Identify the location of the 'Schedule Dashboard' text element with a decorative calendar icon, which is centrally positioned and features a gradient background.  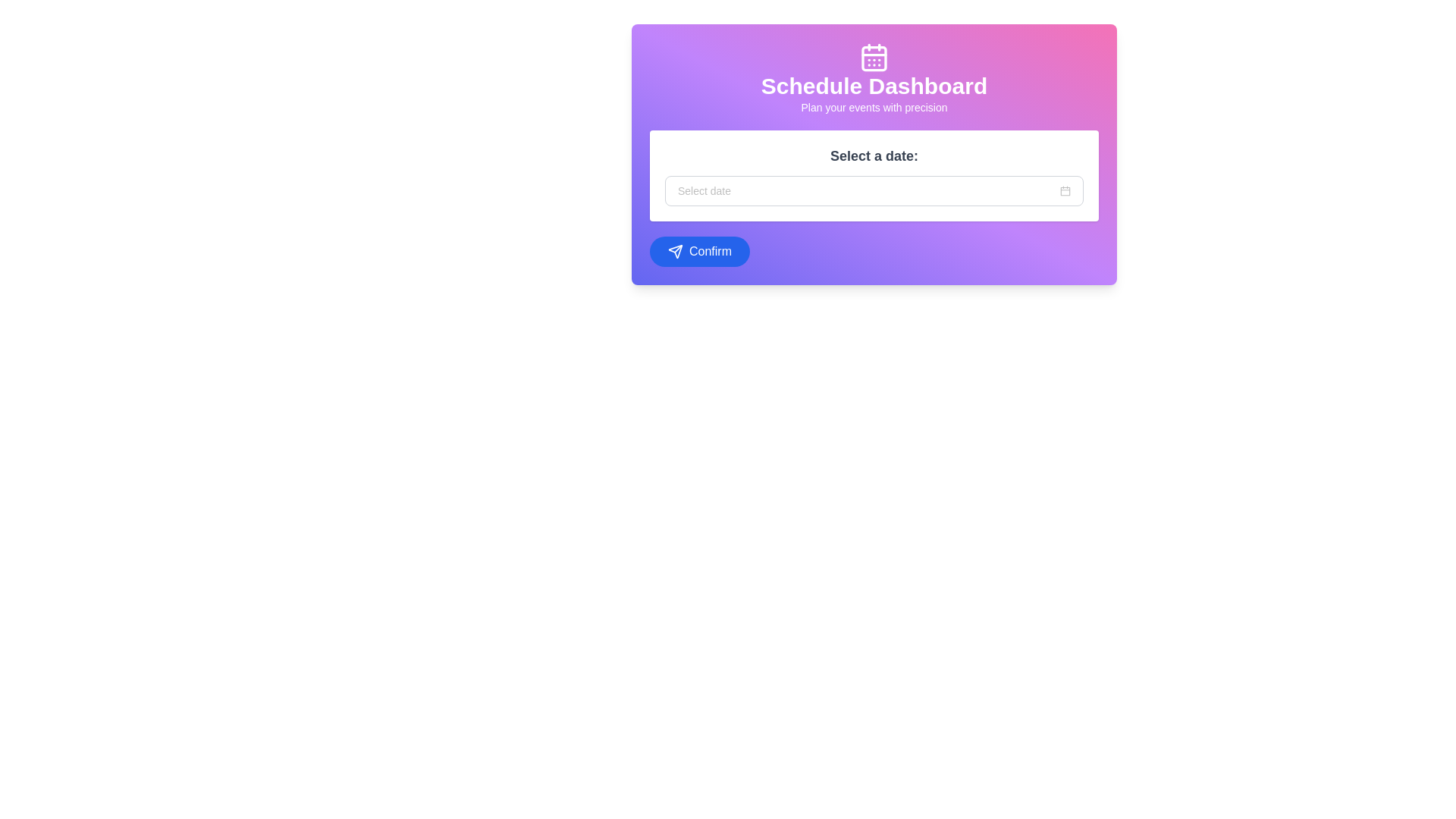
(874, 79).